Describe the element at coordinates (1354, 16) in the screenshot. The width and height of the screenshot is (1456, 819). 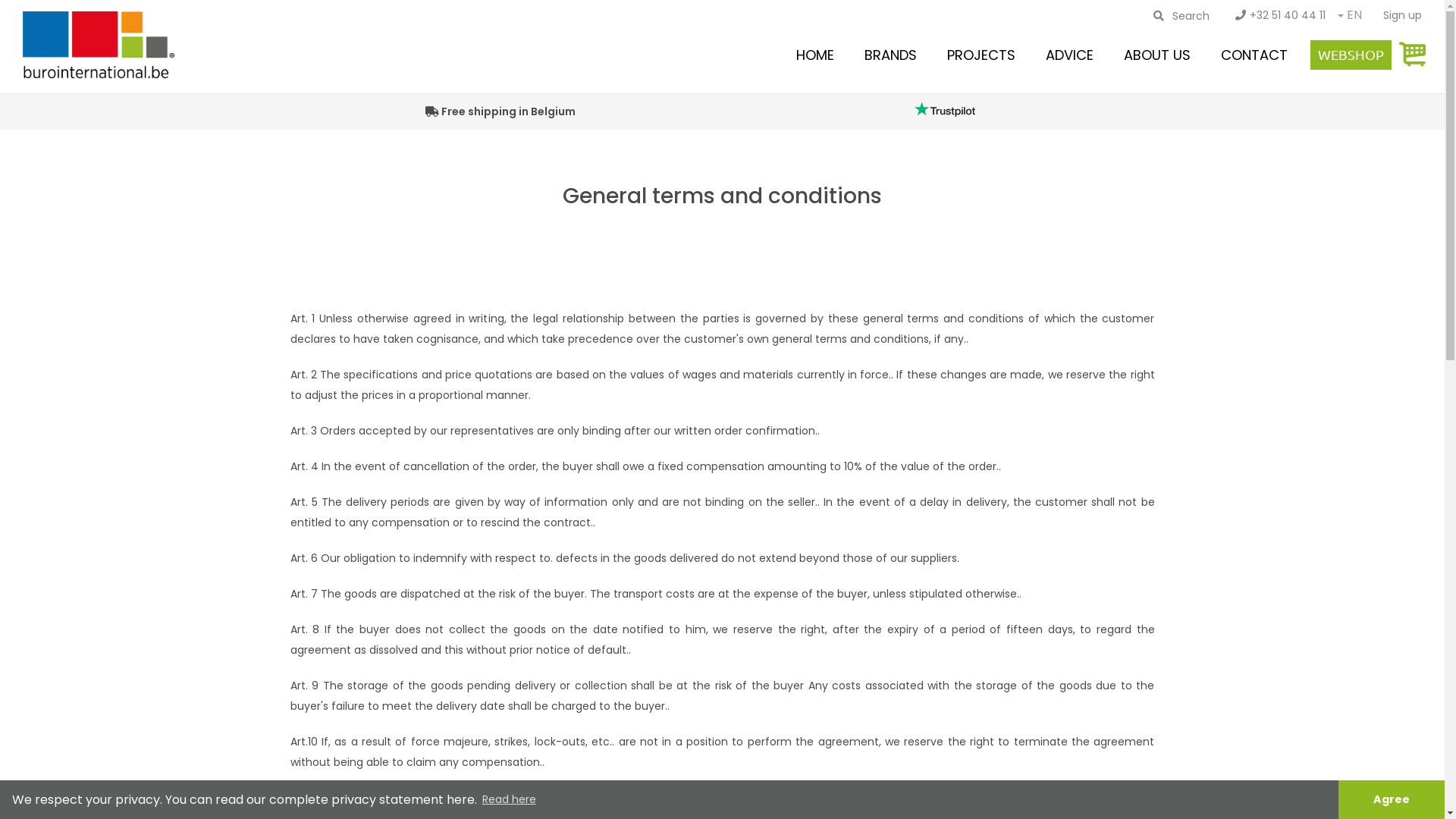
I see `'EN'` at that location.